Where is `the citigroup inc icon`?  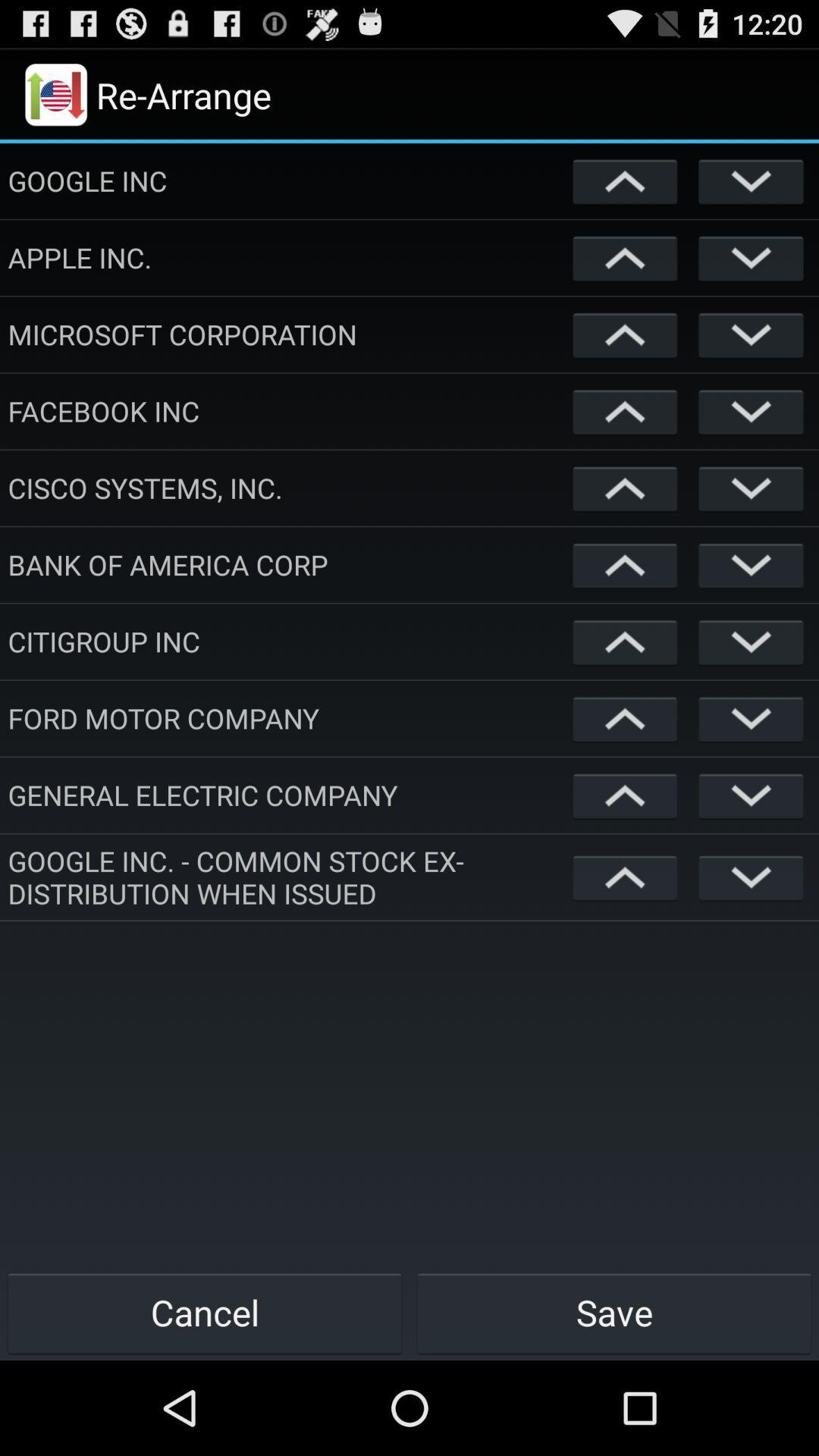 the citigroup inc icon is located at coordinates (287, 641).